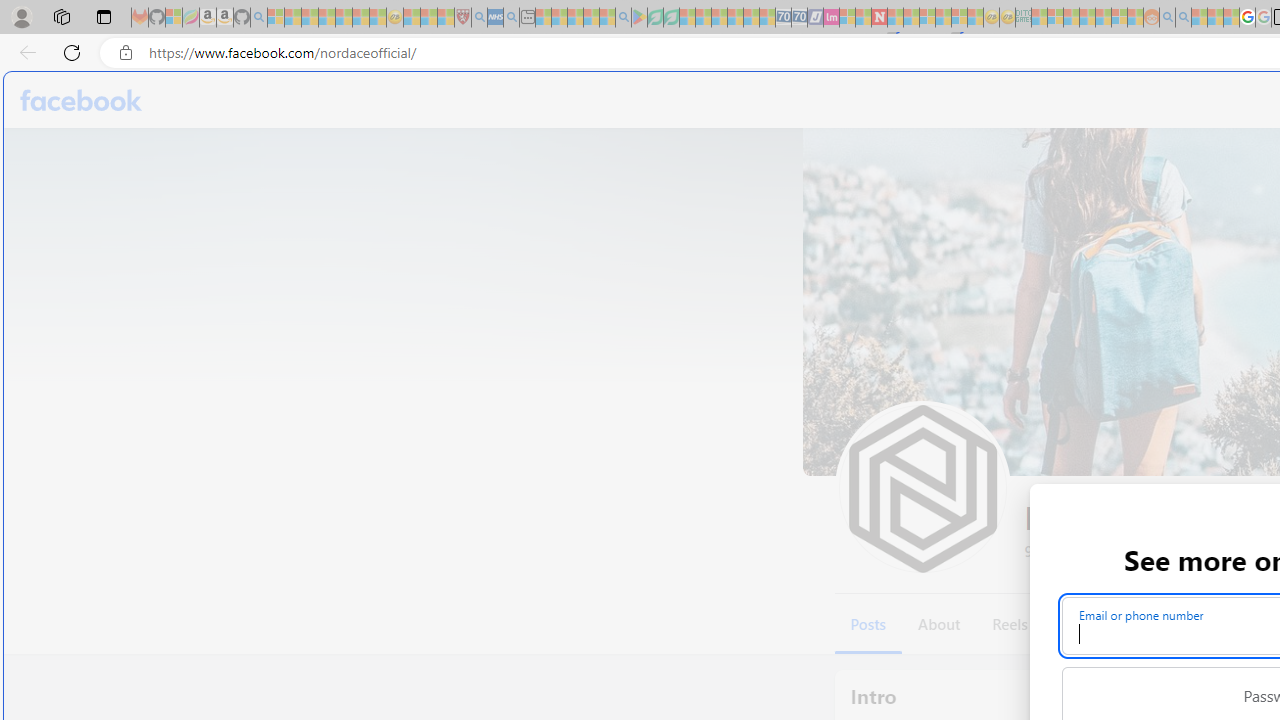 This screenshot has width=1280, height=720. What do you see at coordinates (445, 17) in the screenshot?
I see `'Local - MSN - Sleeping'` at bounding box center [445, 17].